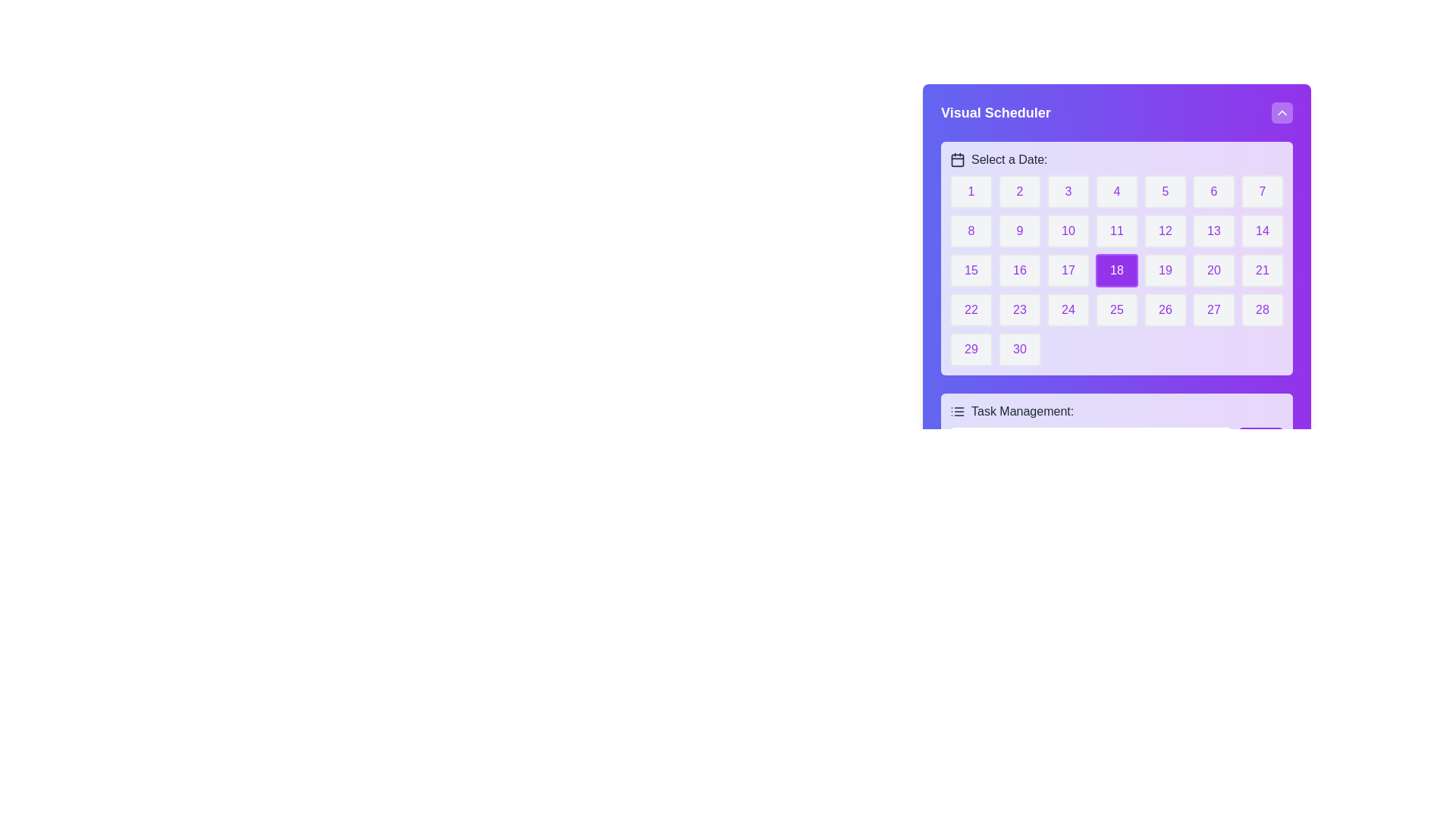 The image size is (1456, 819). I want to click on the button that selects the date '1' in the calendar interface, located at the top-left corner of the grid layout, so click(971, 191).